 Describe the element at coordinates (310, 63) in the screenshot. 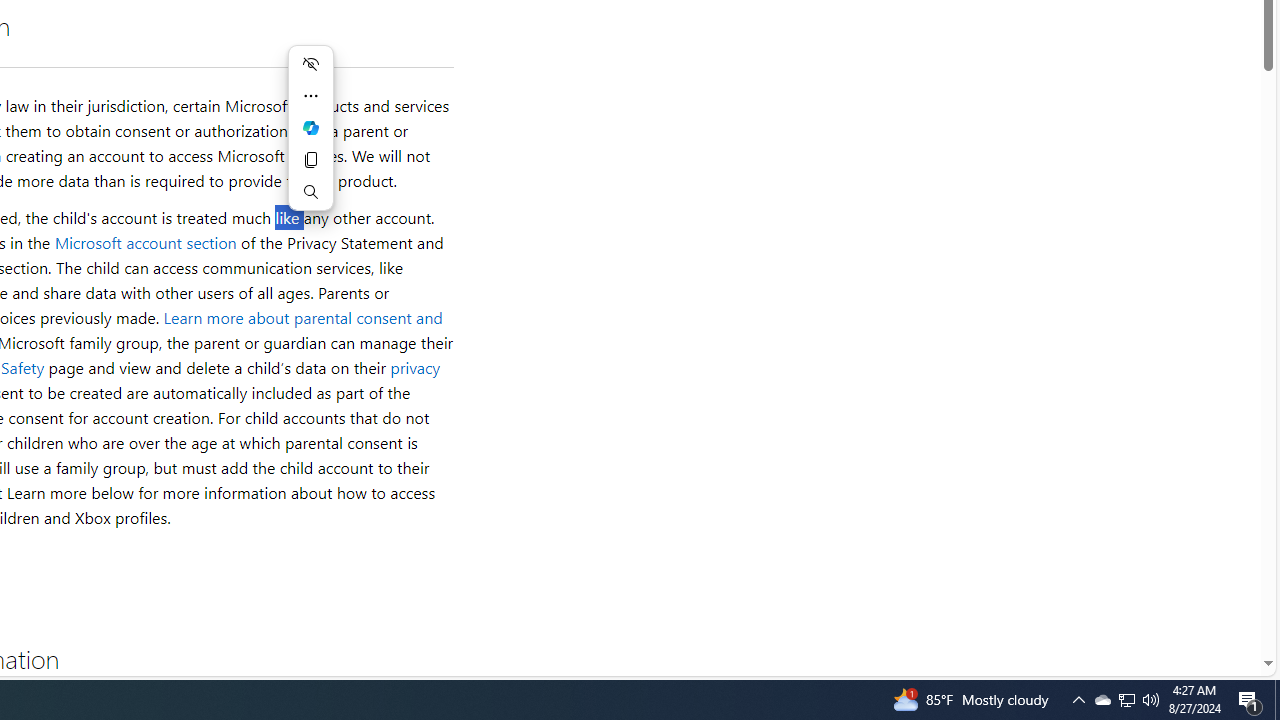

I see `'Hide menu'` at that location.